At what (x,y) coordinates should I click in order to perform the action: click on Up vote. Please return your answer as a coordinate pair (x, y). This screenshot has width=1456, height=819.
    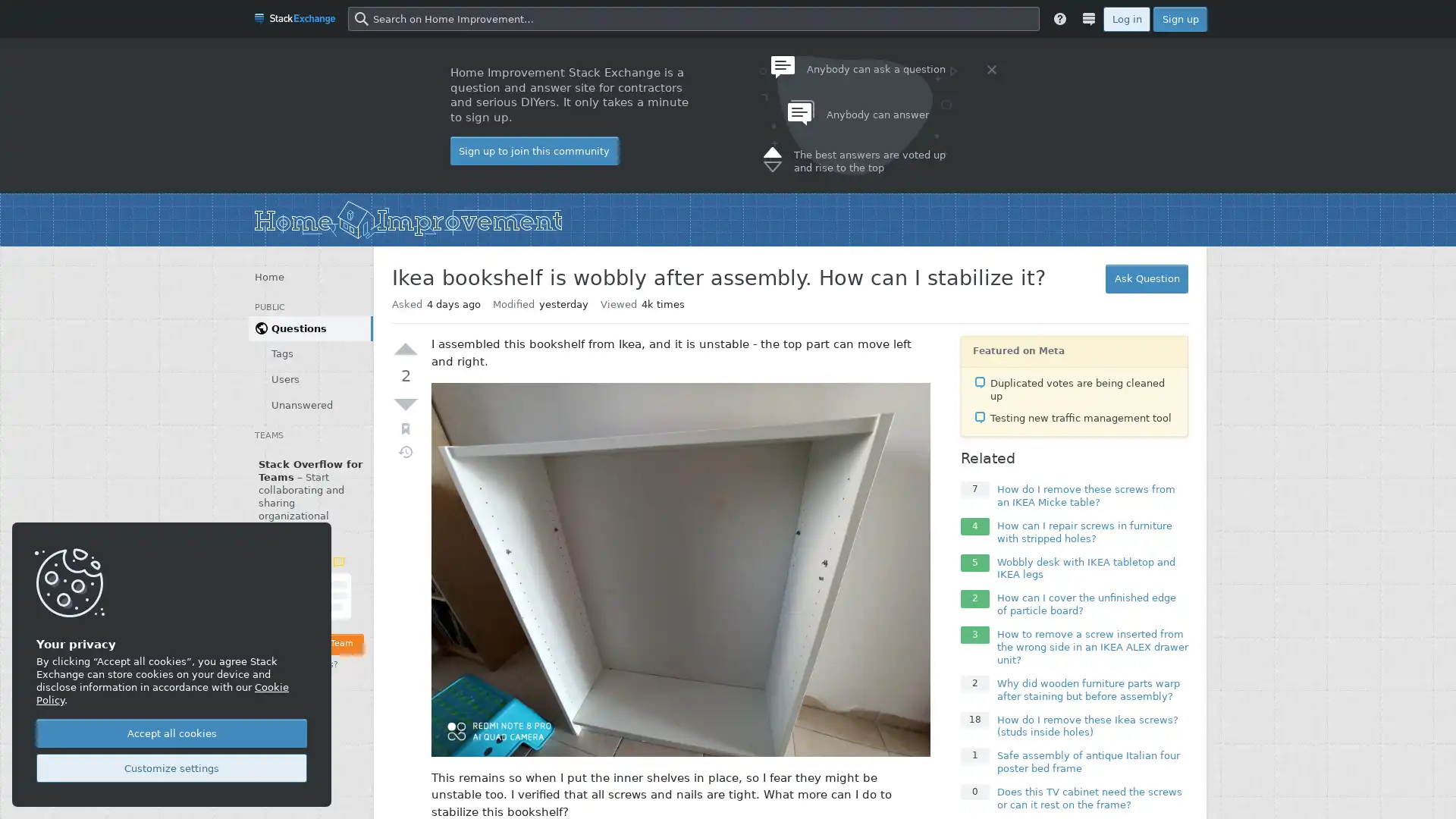
    Looking at the image, I should click on (405, 350).